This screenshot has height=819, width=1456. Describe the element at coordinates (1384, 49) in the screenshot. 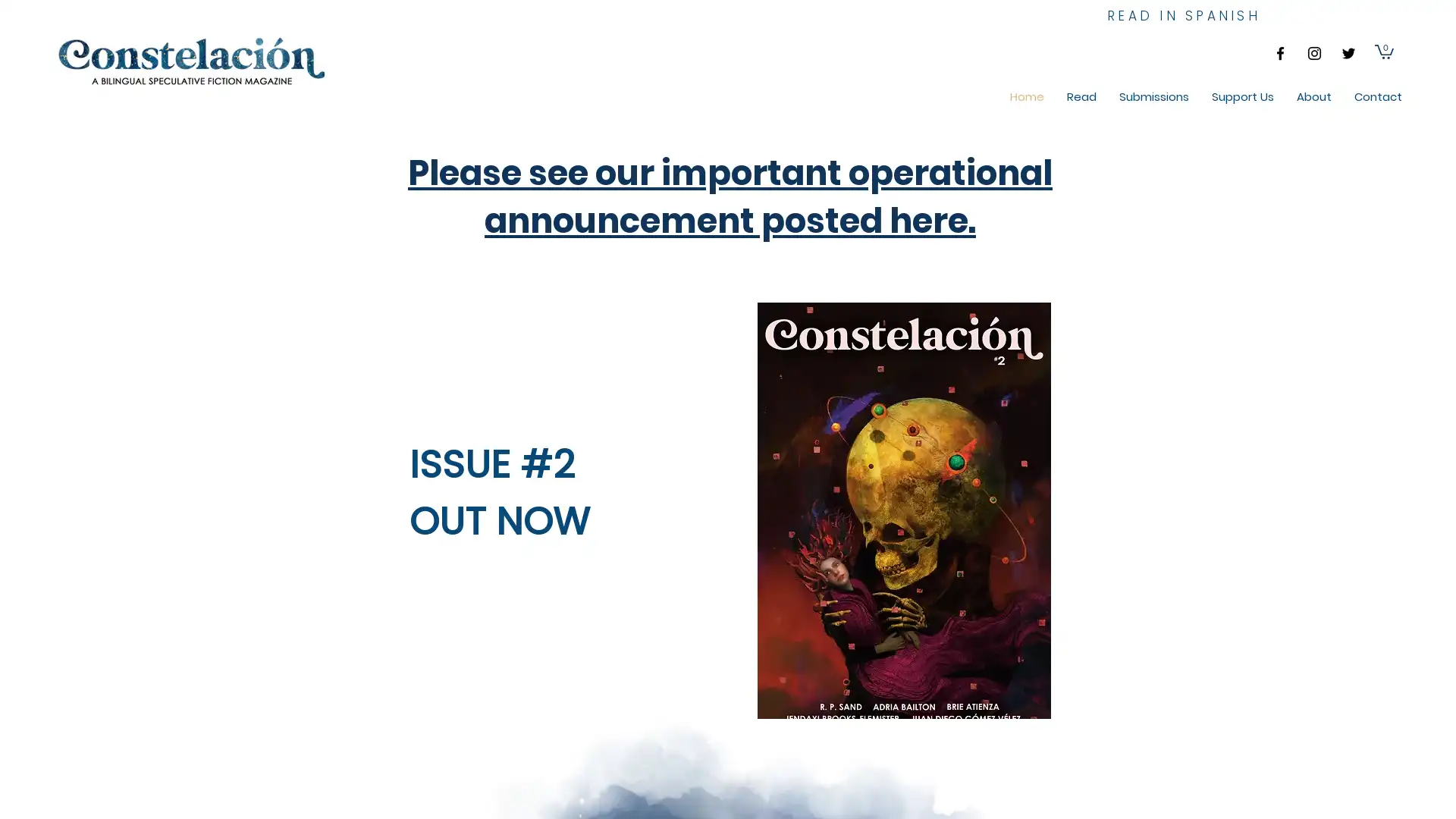

I see `Cart with 0 items` at that location.